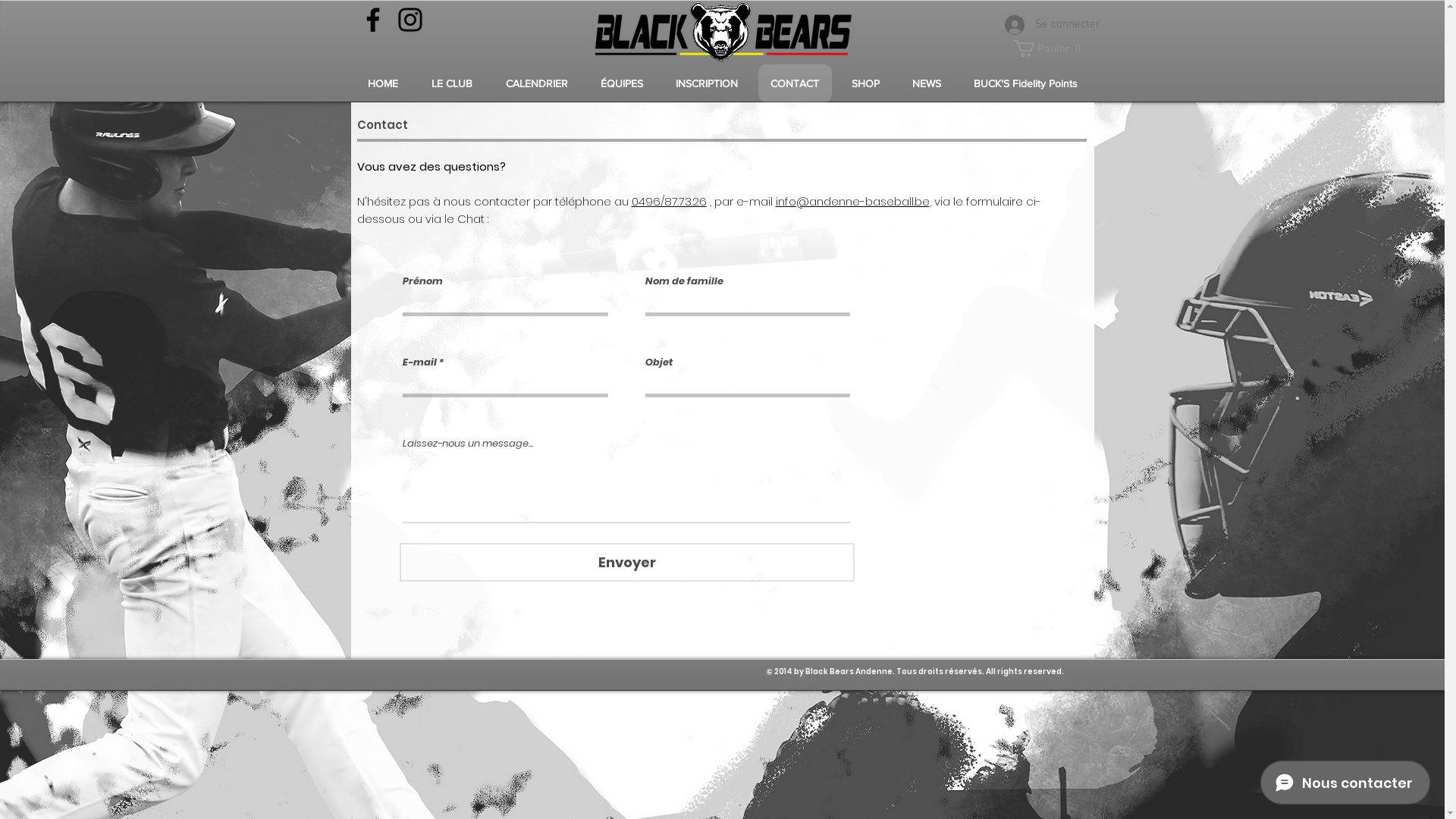 This screenshot has height=819, width=1456. What do you see at coordinates (852, 200) in the screenshot?
I see `'info@andenne-baseball.be'` at bounding box center [852, 200].